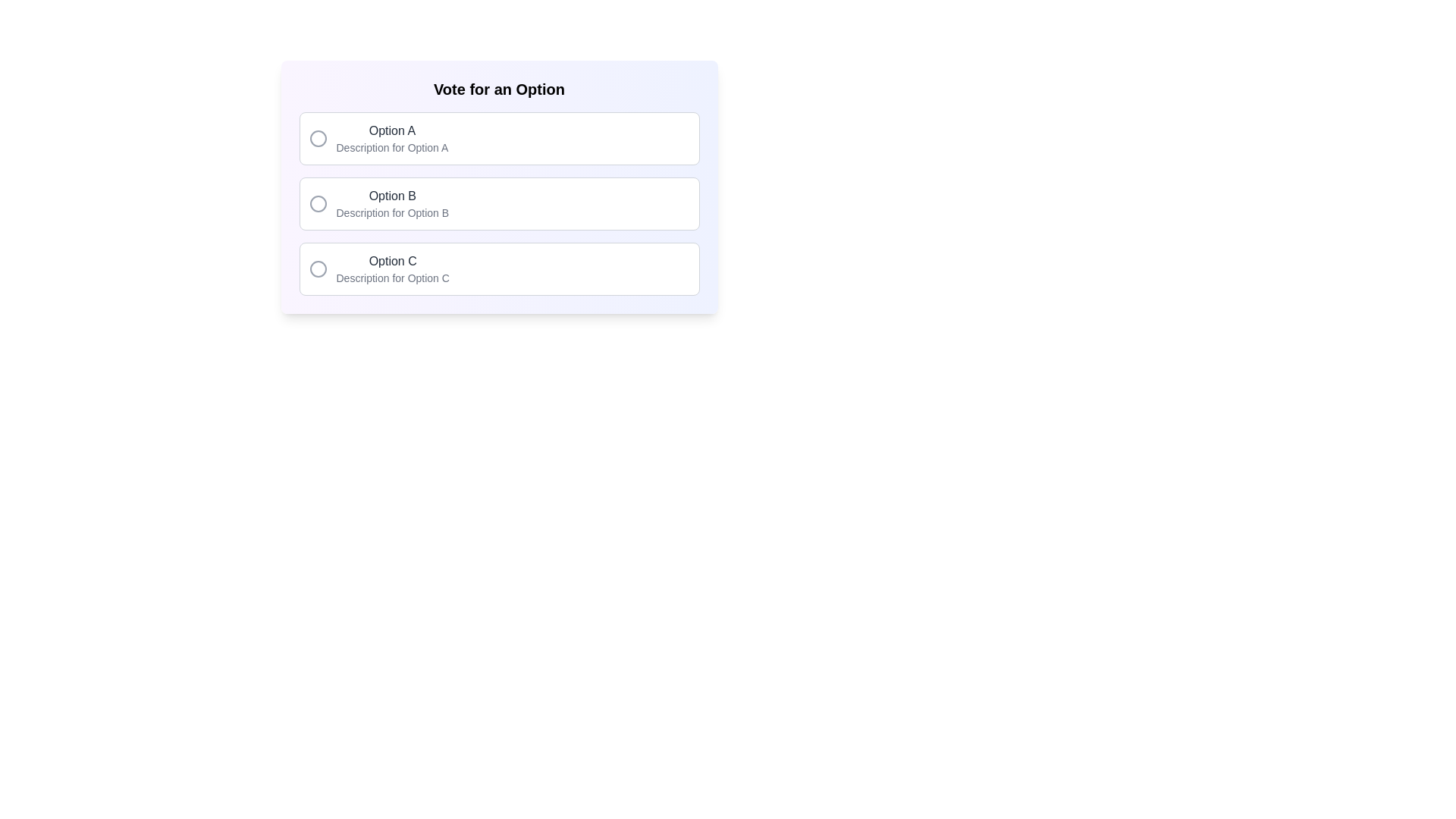 The image size is (1456, 819). Describe the element at coordinates (393, 278) in the screenshot. I see `the descriptive text label for 'Option C' located below the option in the voting interface` at that location.